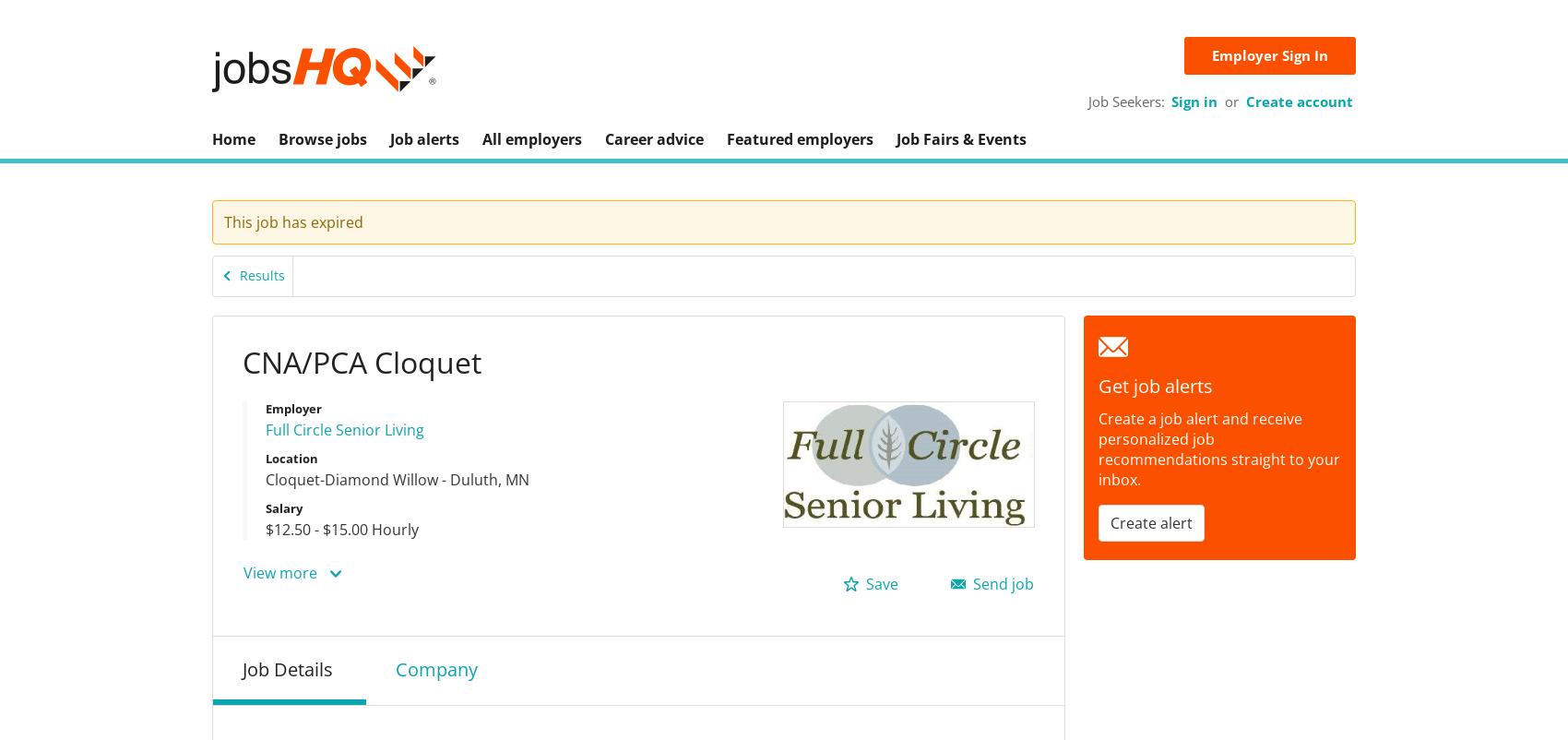 The image size is (1568, 740). I want to click on 'All employers', so click(530, 138).